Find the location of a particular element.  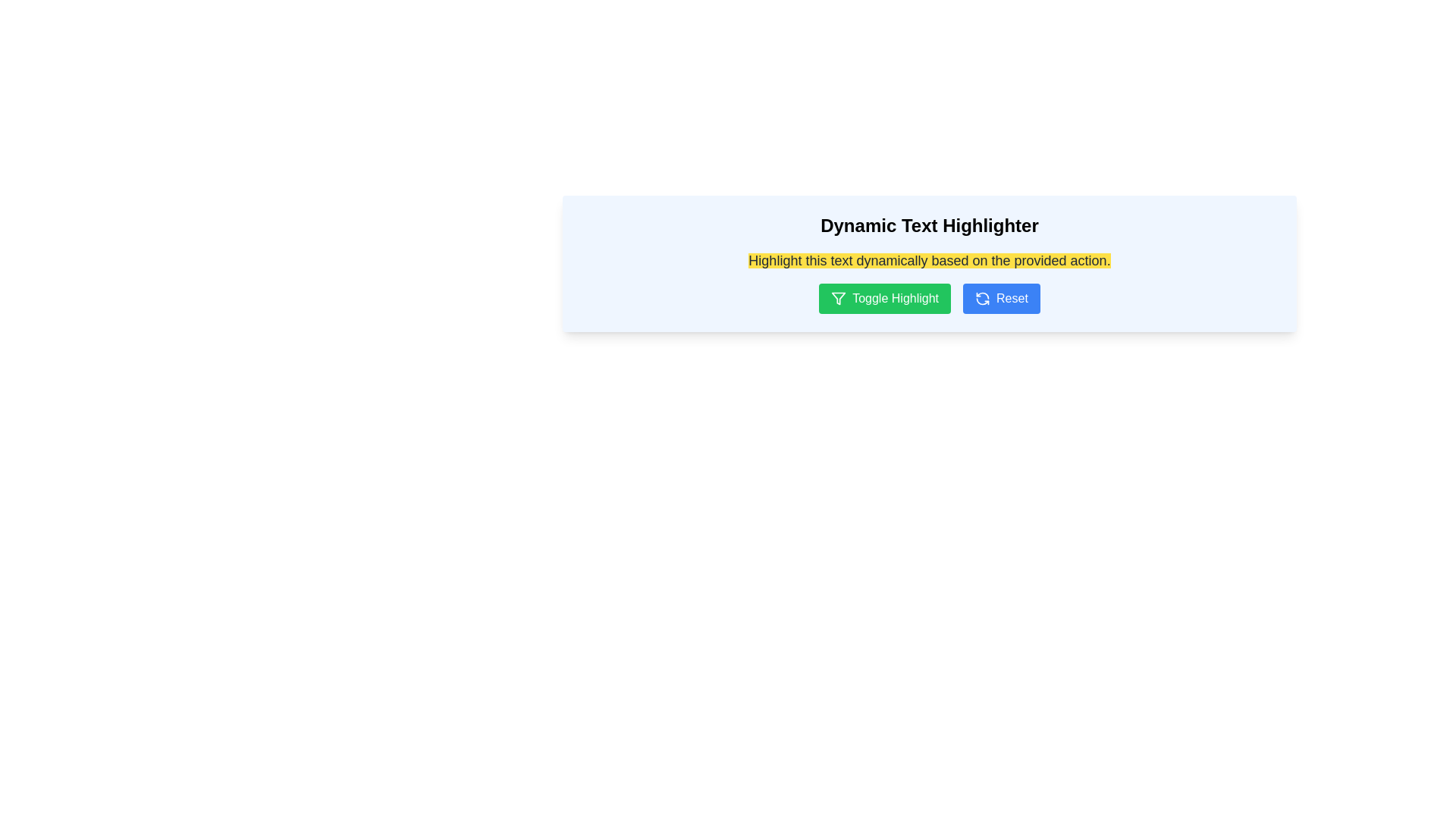

the filter icon with a funnel design located in the top-right corner of the toolbar is located at coordinates (838, 298).